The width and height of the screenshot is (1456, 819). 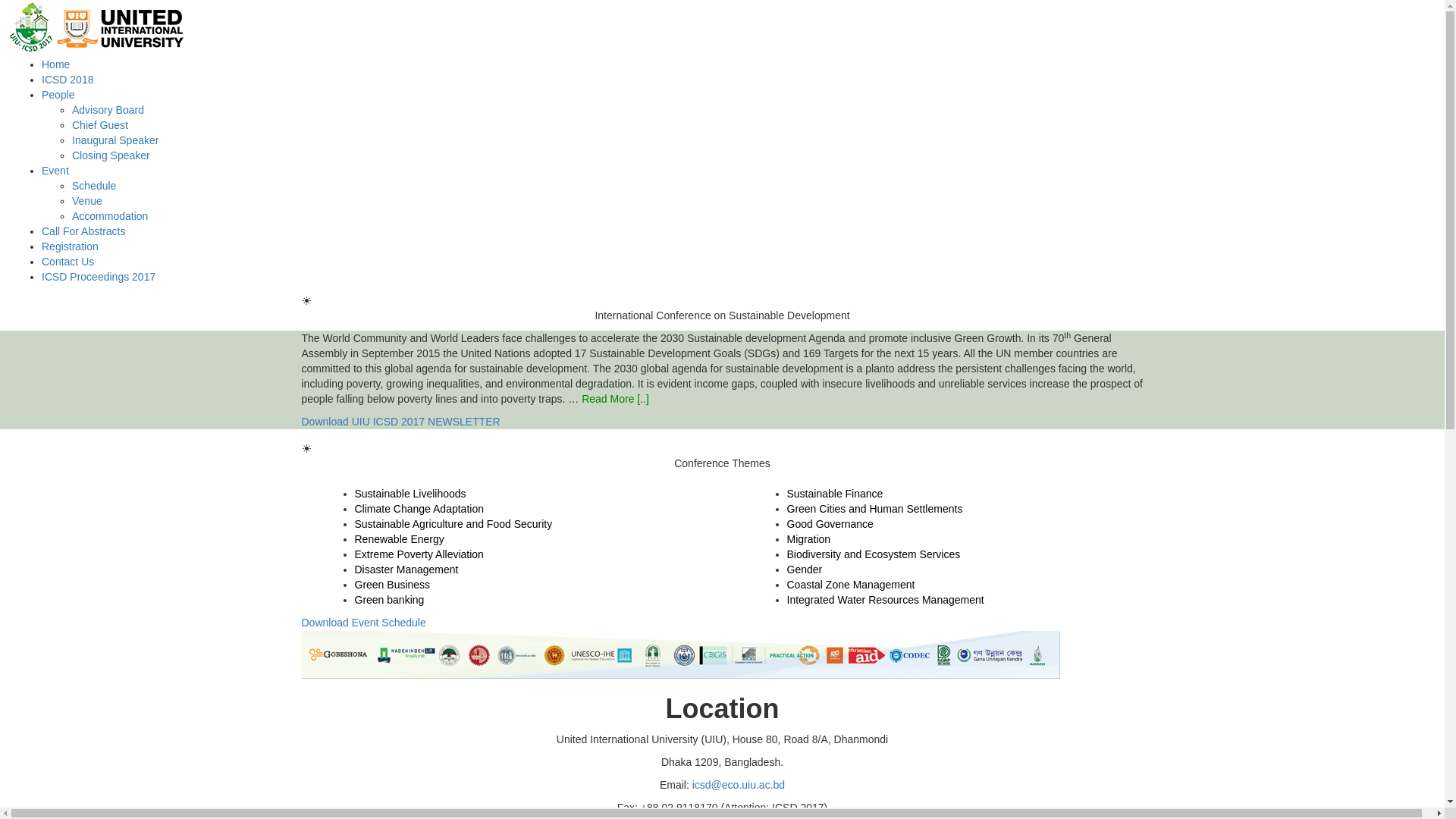 What do you see at coordinates (69, 245) in the screenshot?
I see `'Registration'` at bounding box center [69, 245].